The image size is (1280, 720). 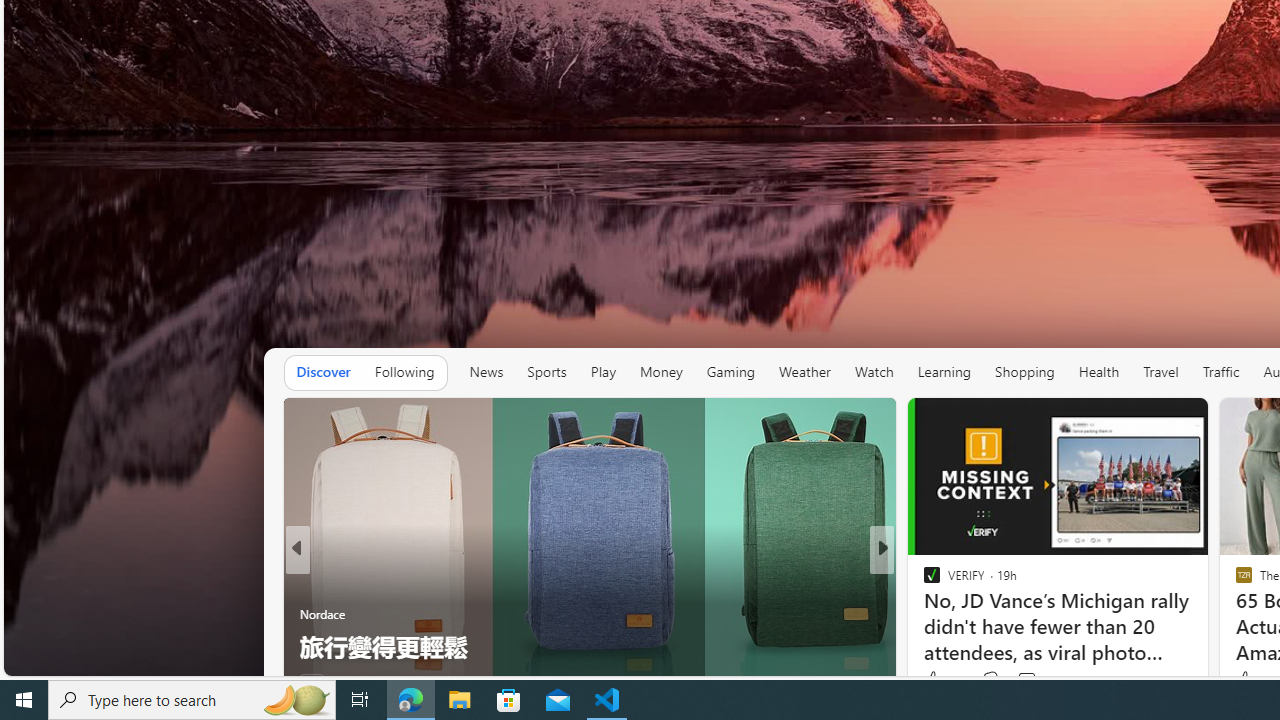 What do you see at coordinates (805, 372) in the screenshot?
I see `'Weather'` at bounding box center [805, 372].